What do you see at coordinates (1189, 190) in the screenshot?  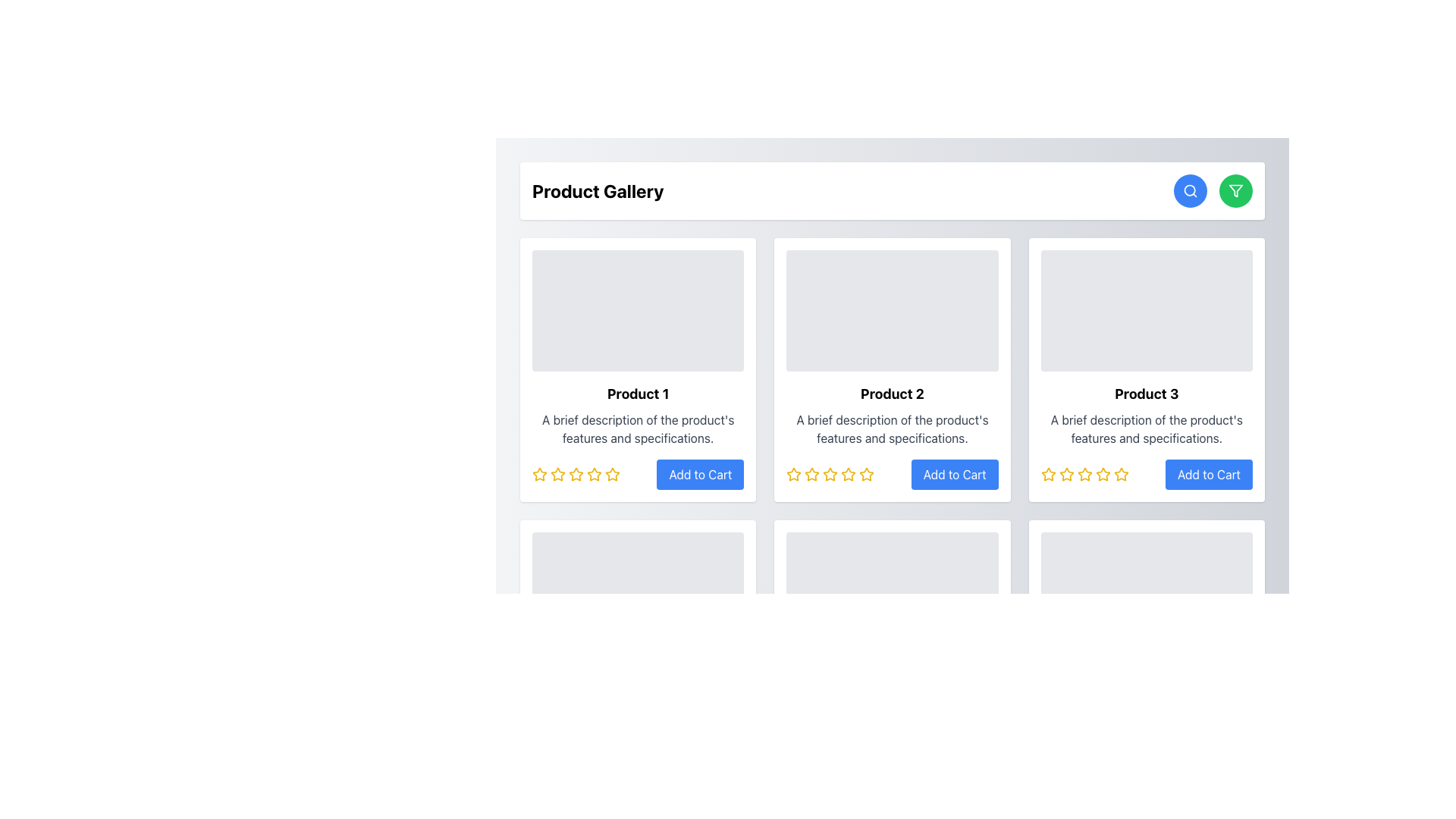 I see `the inner circular part of the magnifying glass icon, which is an SVG Circle Component with a thin black outline` at bounding box center [1189, 190].